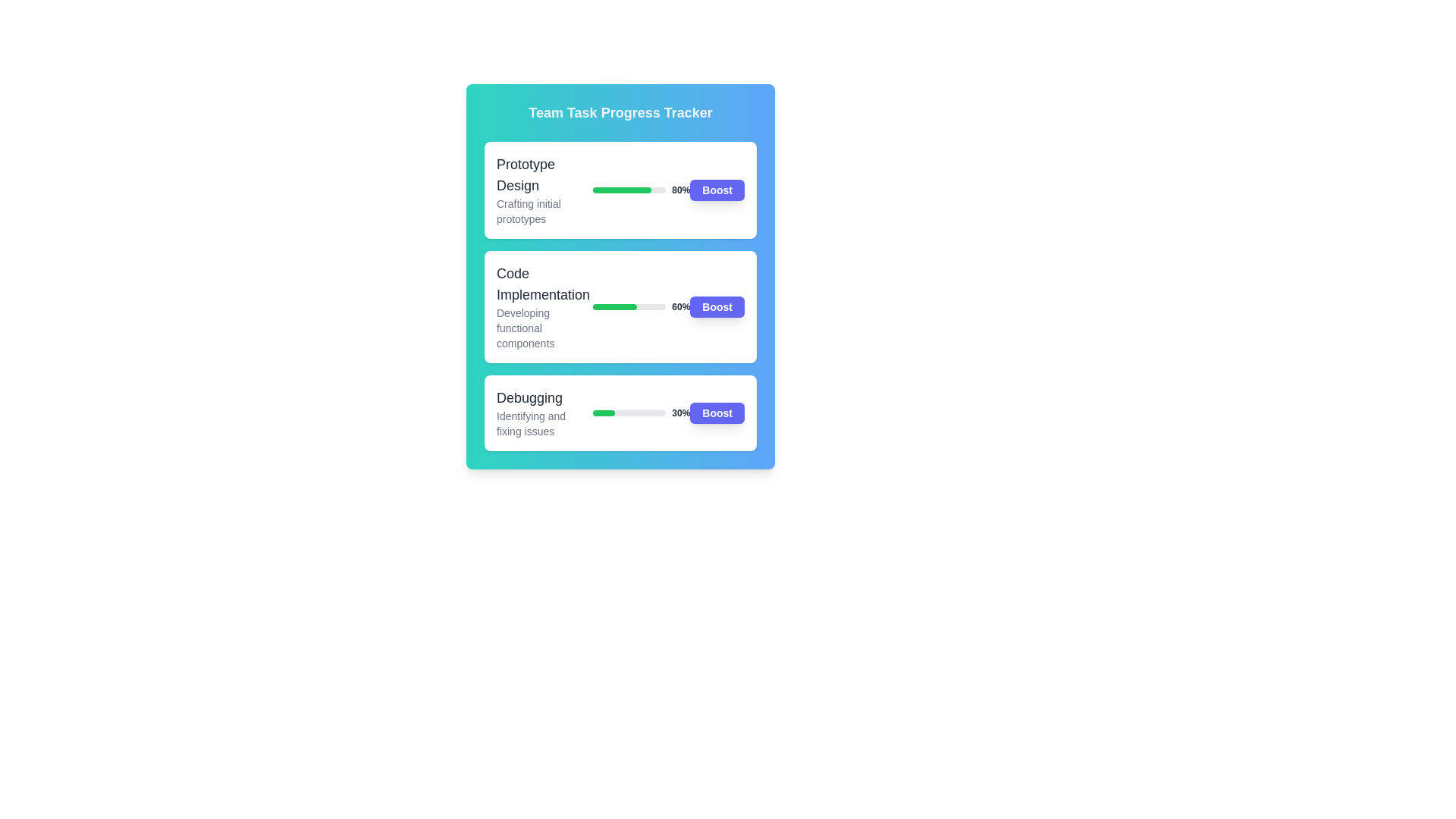  What do you see at coordinates (544, 424) in the screenshot?
I see `text label providing a description of the task labeled 'Debugging', located below the heading 'Debugging' and above the button labeled 'Boost'` at bounding box center [544, 424].